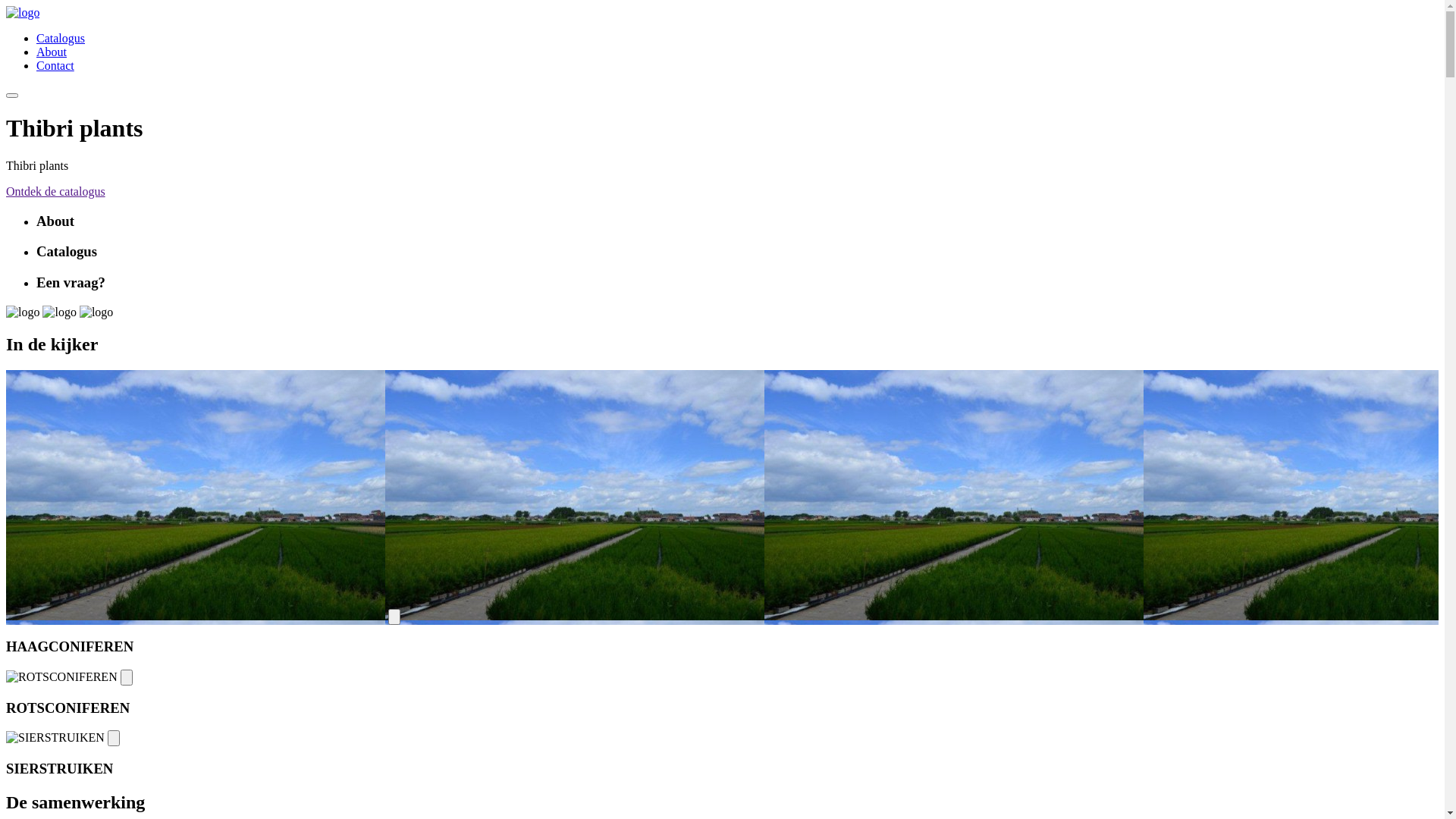  What do you see at coordinates (61, 676) in the screenshot?
I see `'ROTSCONIFEREN'` at bounding box center [61, 676].